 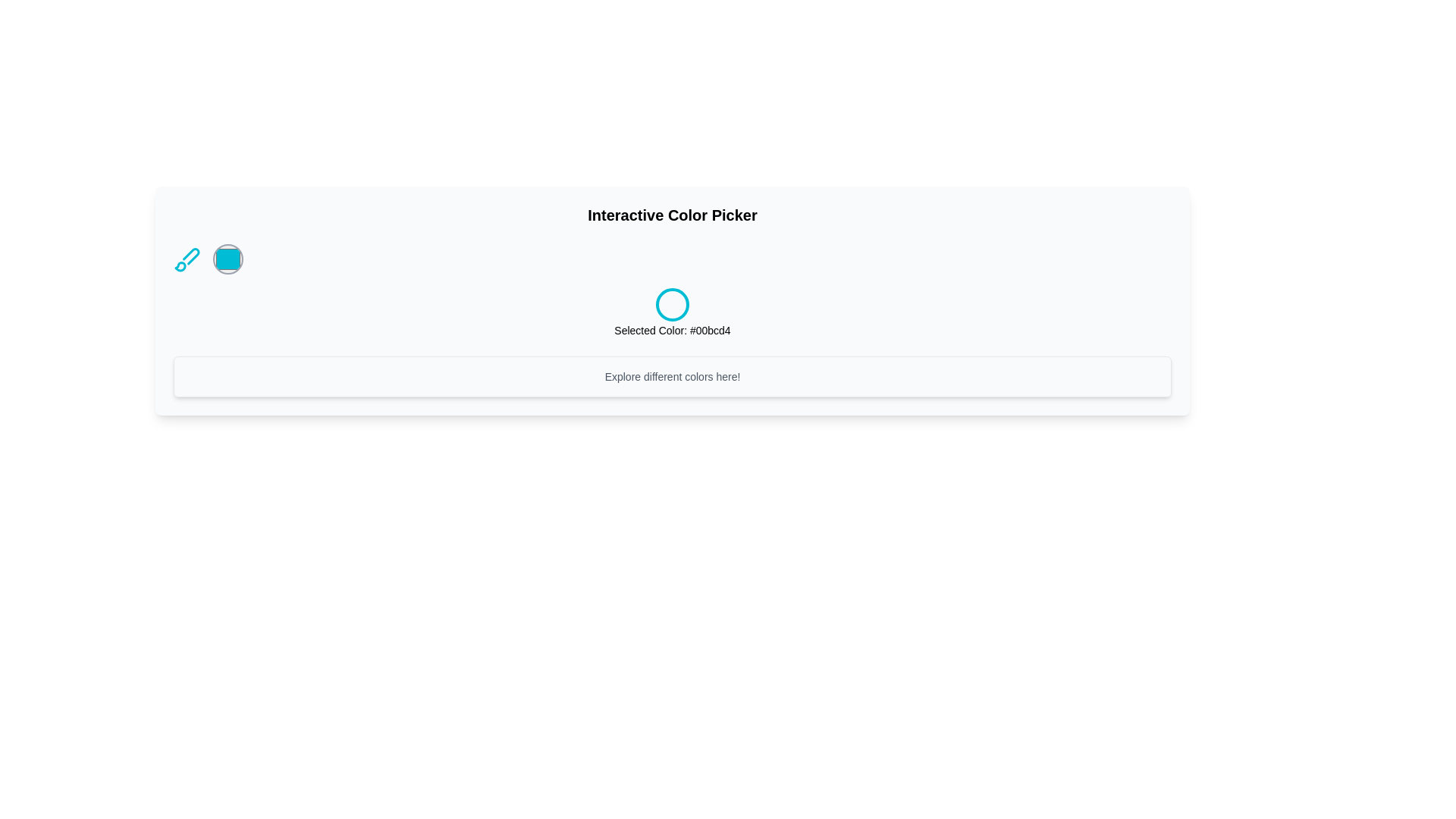 What do you see at coordinates (672, 329) in the screenshot?
I see `the text label displaying the currently selected color code, which is positioned below the circle icon in the central area of the interface` at bounding box center [672, 329].